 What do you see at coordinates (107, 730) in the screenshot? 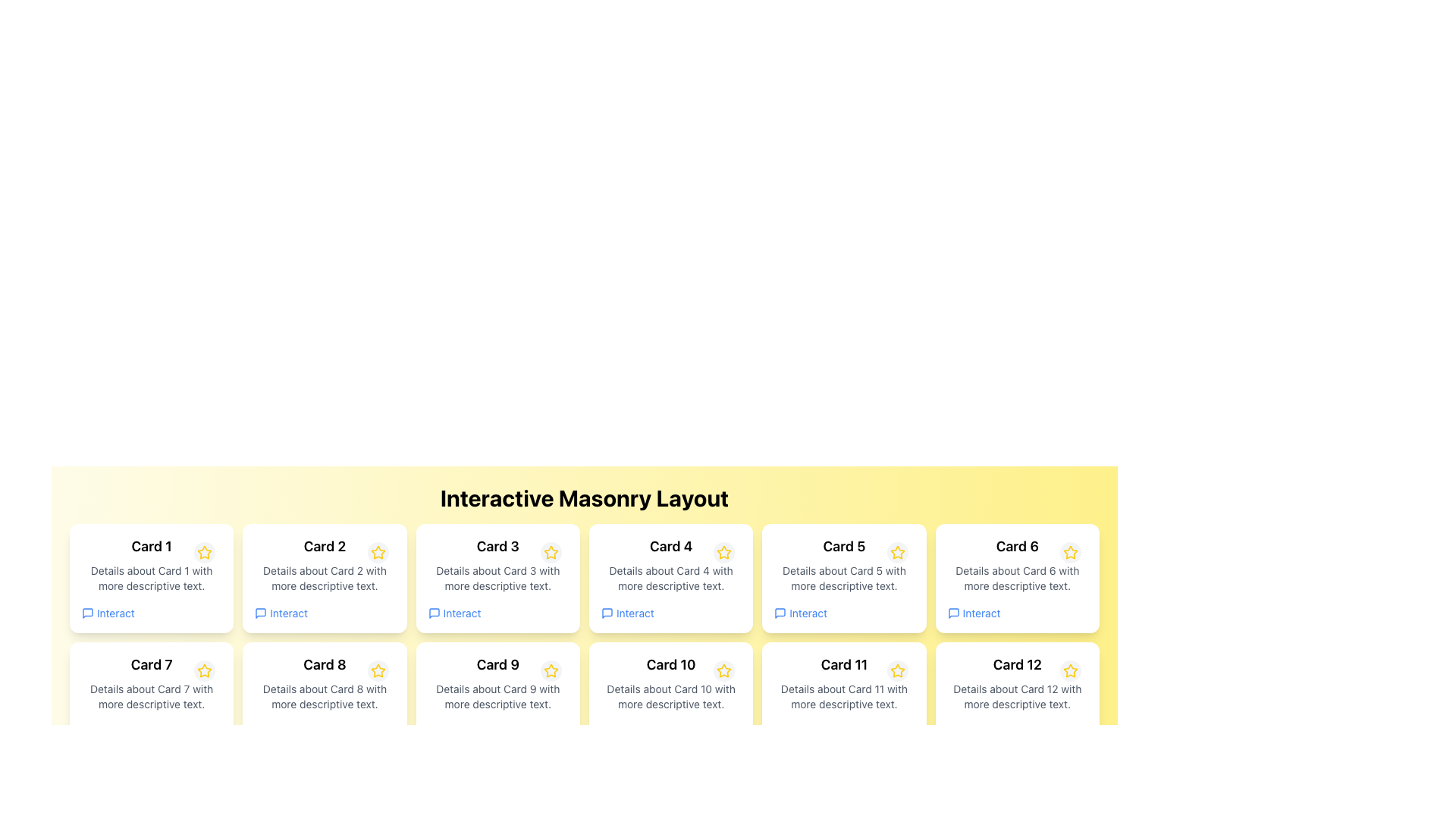
I see `the Interactive Link located at the bottom left of 'Card 7' to interact with the content` at bounding box center [107, 730].